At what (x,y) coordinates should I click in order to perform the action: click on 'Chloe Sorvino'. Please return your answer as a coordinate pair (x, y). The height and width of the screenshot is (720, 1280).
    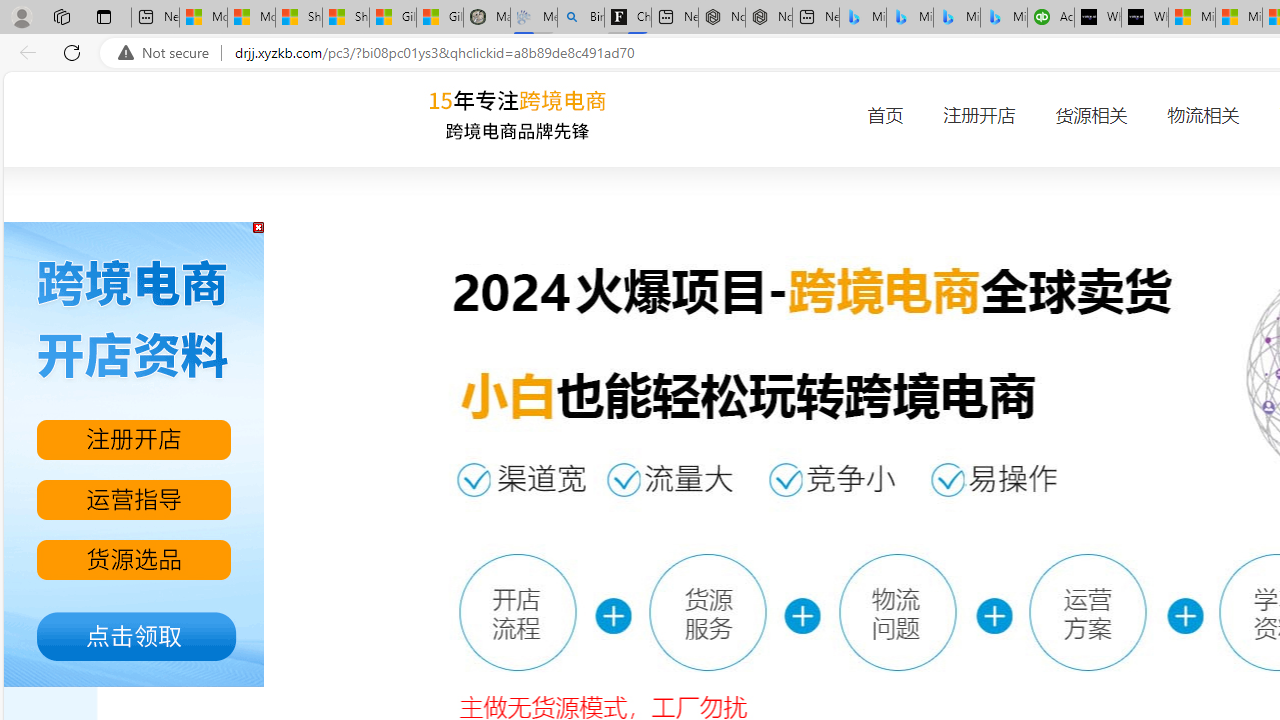
    Looking at the image, I should click on (627, 17).